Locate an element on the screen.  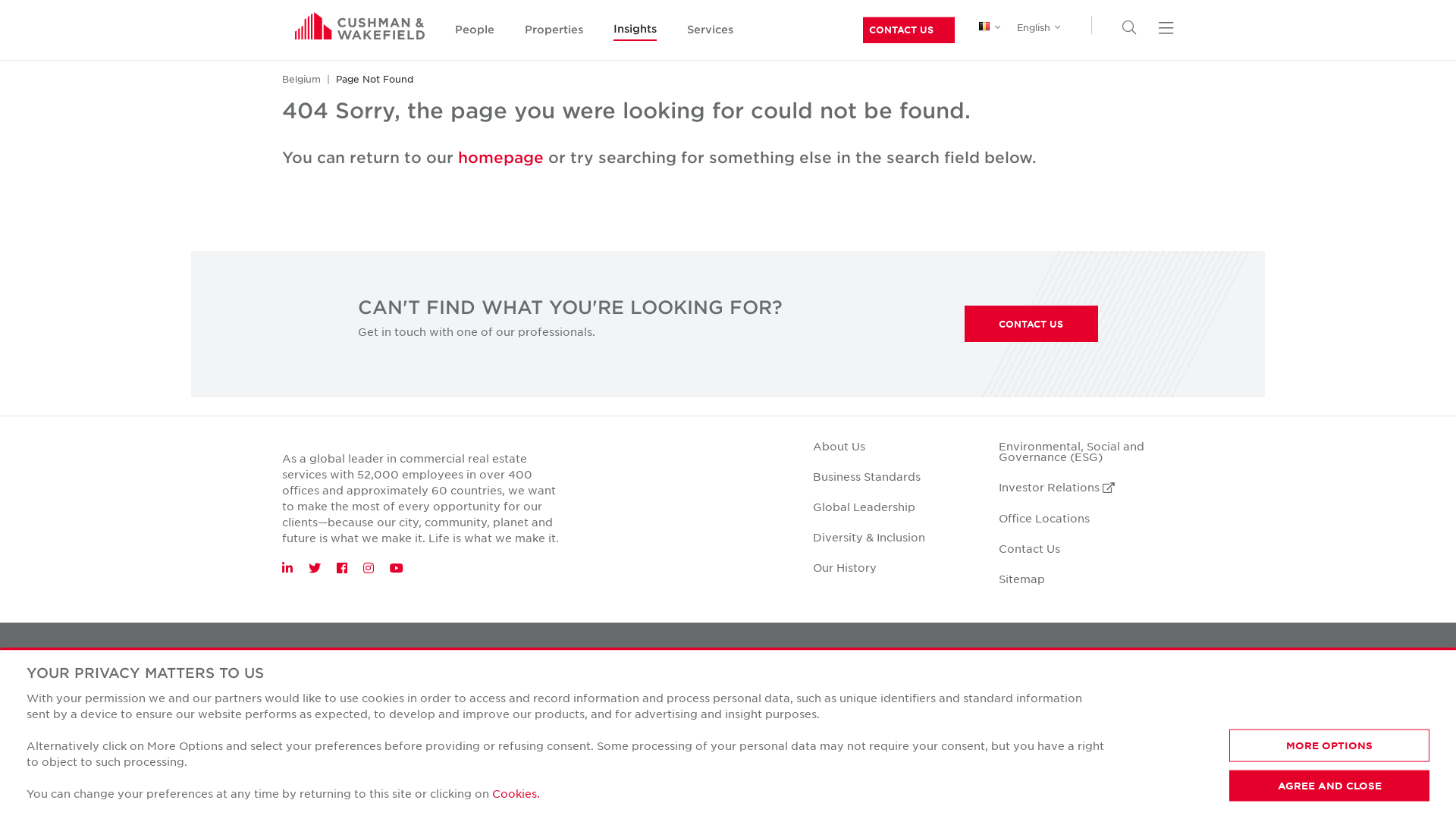
'Investor Relations is located at coordinates (1056, 486).